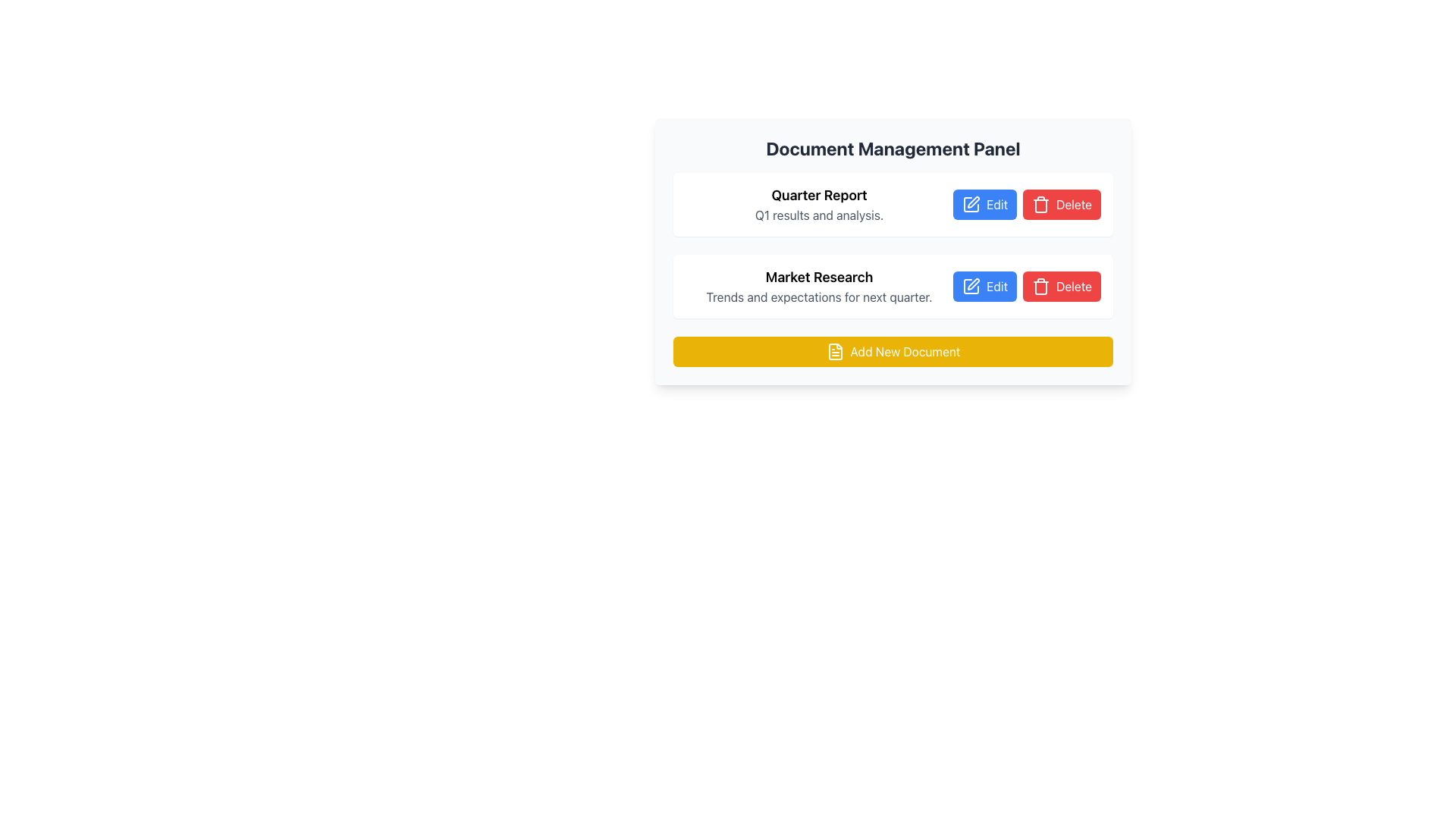 This screenshot has height=819, width=1456. Describe the element at coordinates (971, 205) in the screenshot. I see `the edit icon resembling a pen over a square with blue fill and white outlines, located in the upper-right section of the 'Edit' button for the 'Quarter Report' entry` at that location.